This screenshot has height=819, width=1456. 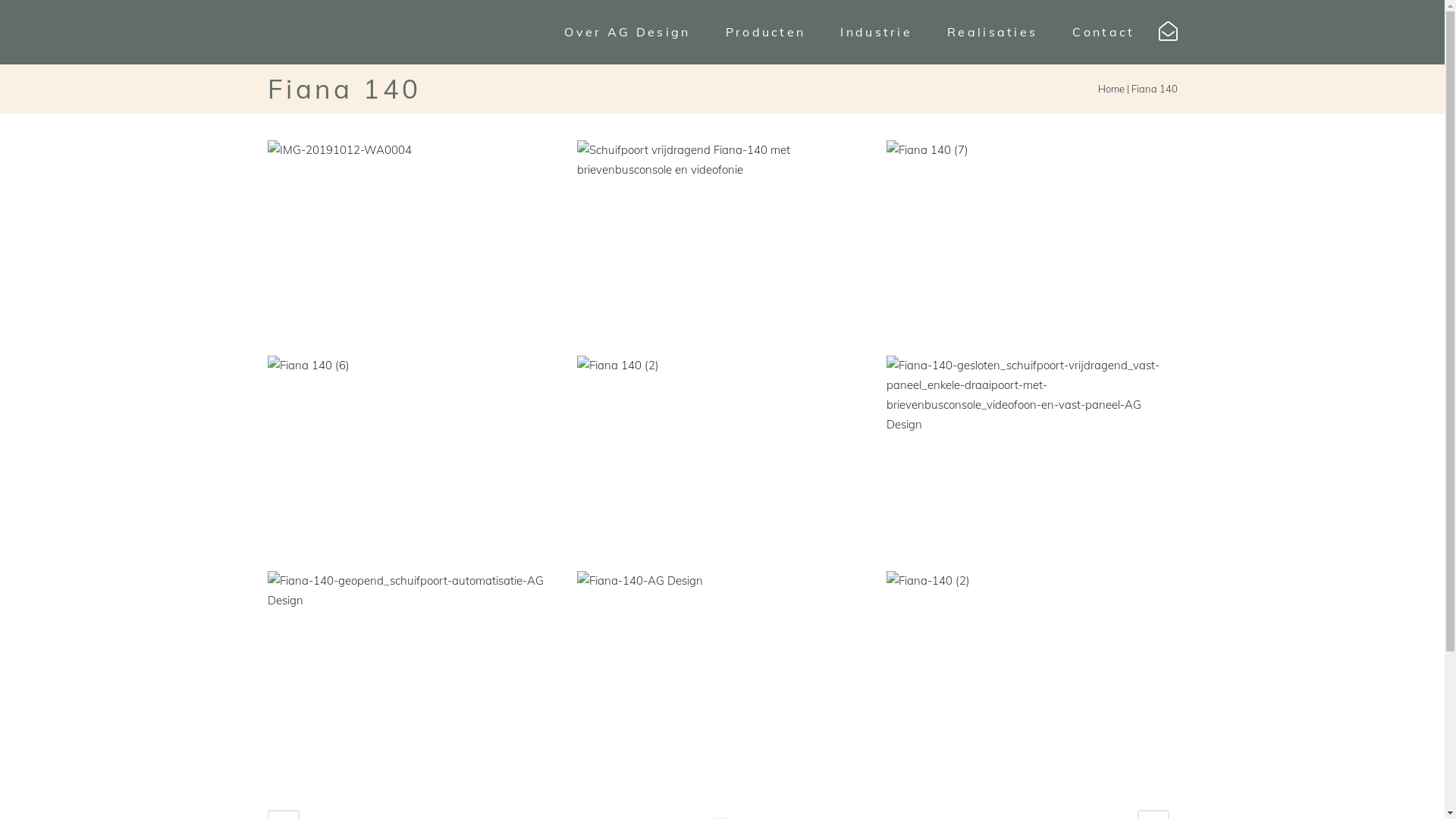 I want to click on 'Realisaties', so click(x=992, y=32).